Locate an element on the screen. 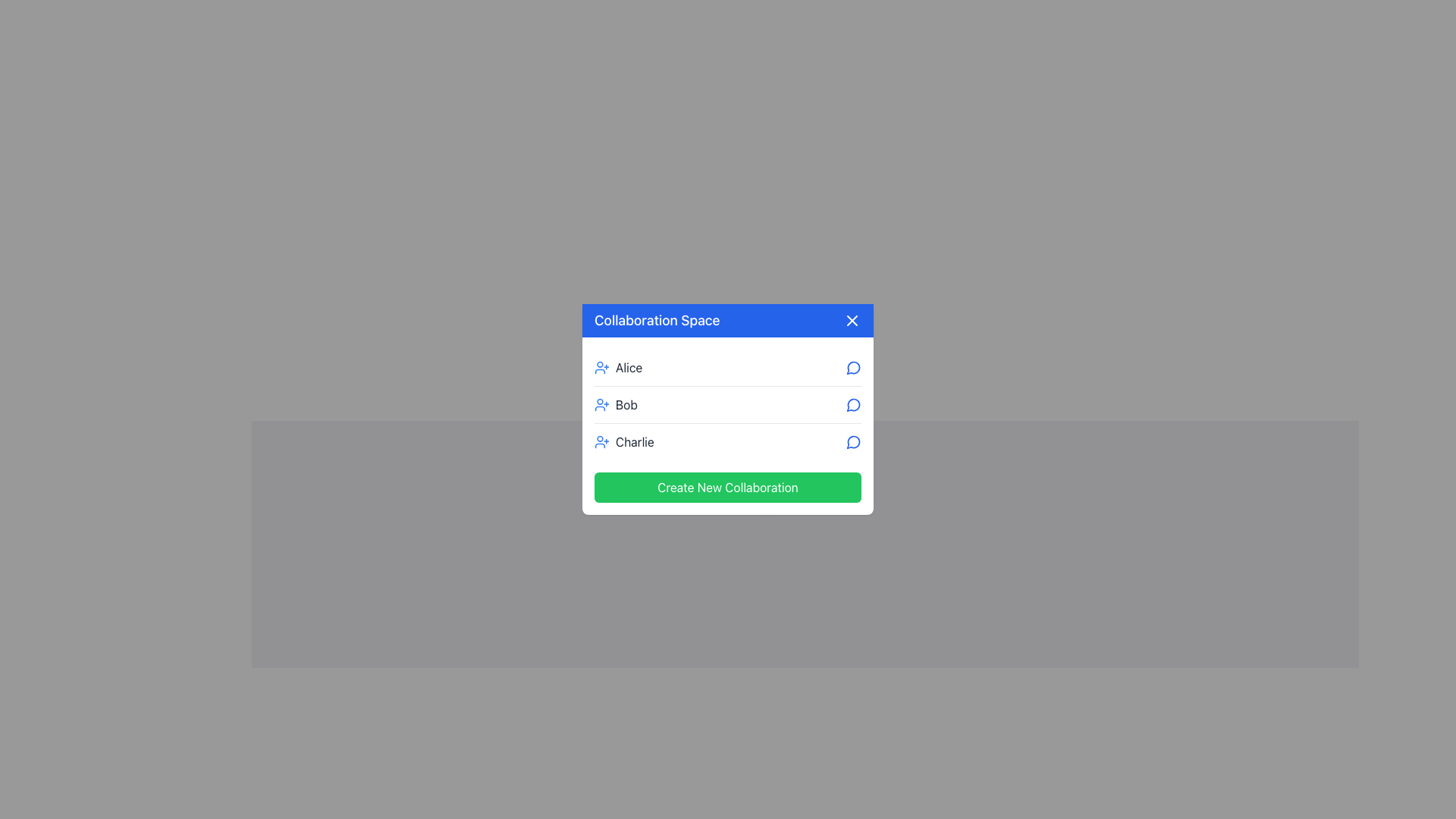 The height and width of the screenshot is (819, 1456). the text label displaying the name of the user, which is the first name in the participant list located on the left side of the second row, preceded by a small blue icon and followed by a text bubble icon is located at coordinates (629, 368).